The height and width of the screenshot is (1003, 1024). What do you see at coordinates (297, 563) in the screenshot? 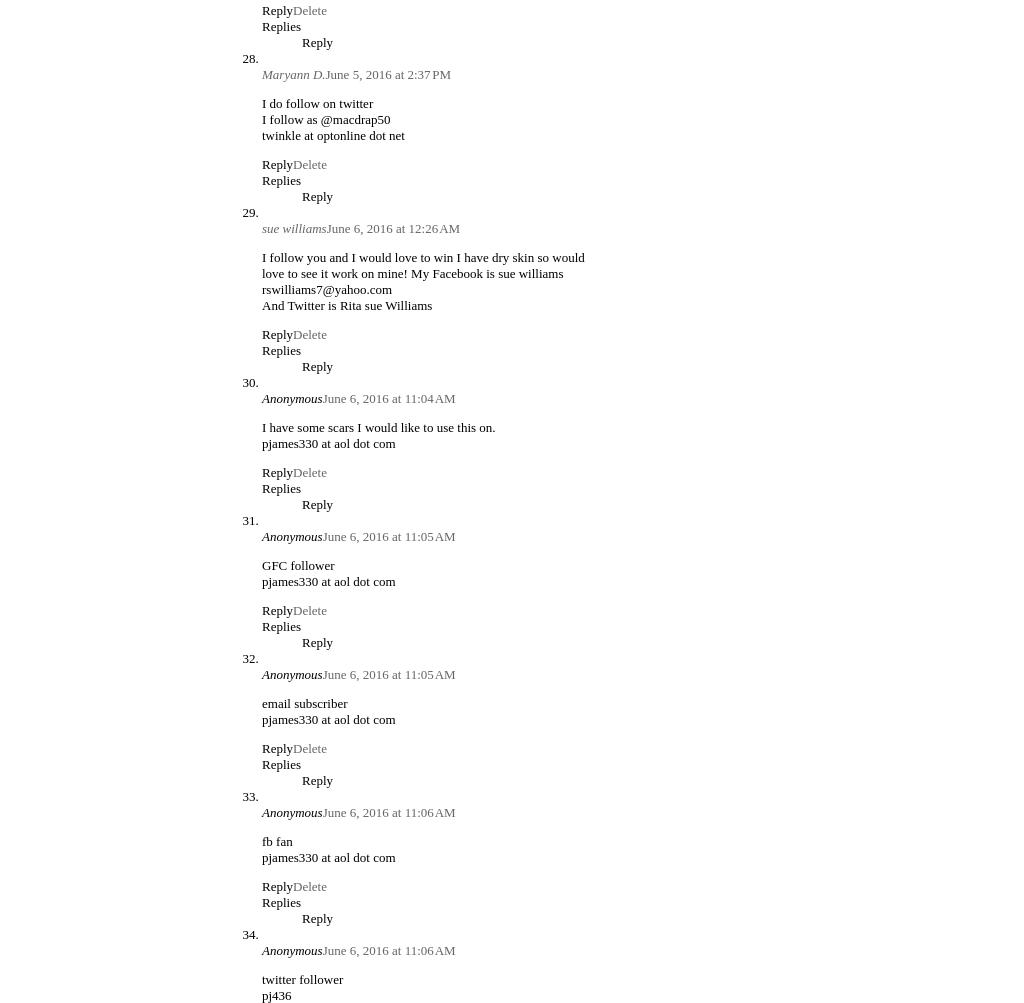
I see `'GFC follower'` at bounding box center [297, 563].